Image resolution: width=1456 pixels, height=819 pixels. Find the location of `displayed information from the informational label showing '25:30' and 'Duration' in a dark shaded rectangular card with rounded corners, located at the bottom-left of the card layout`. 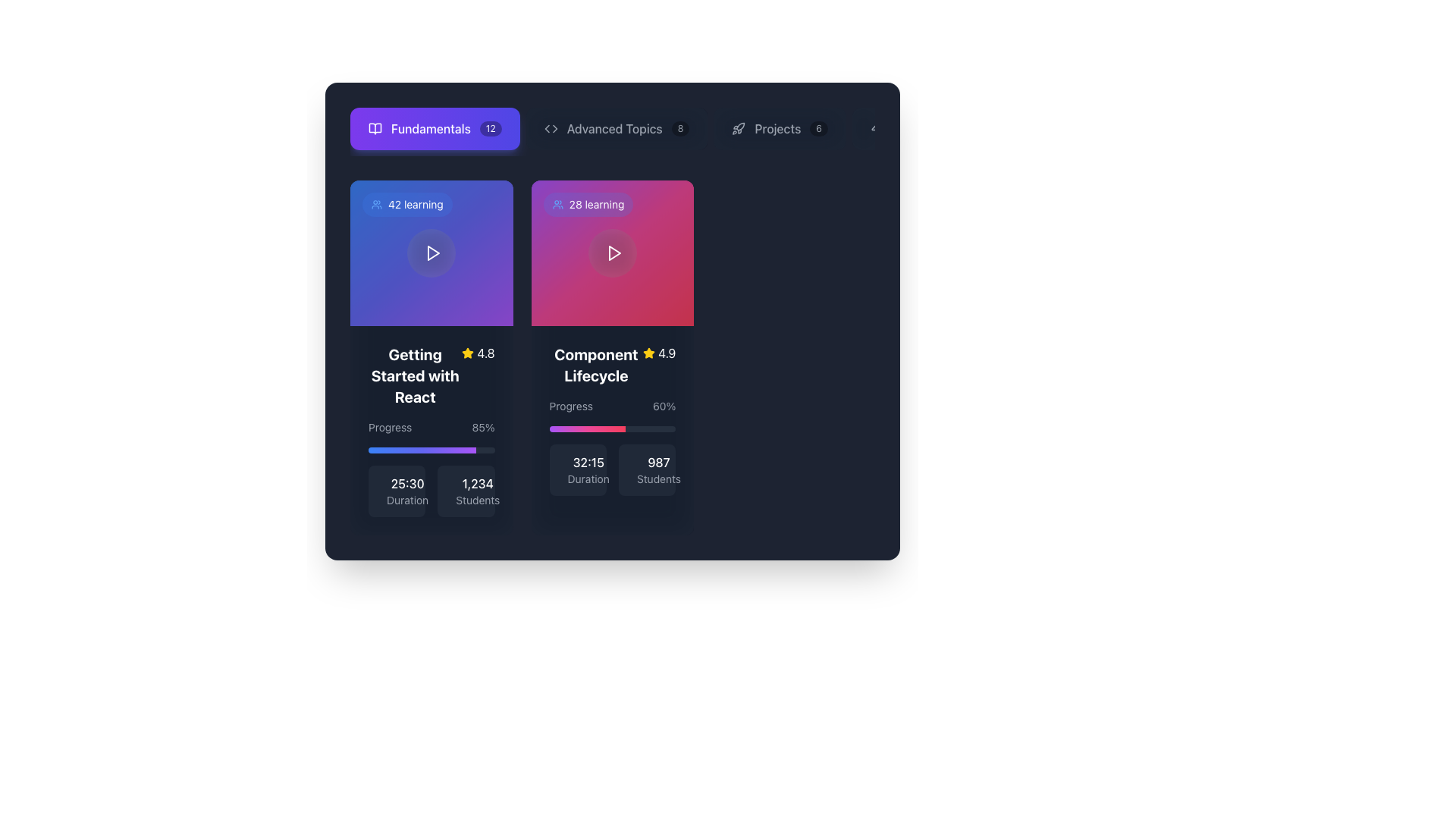

displayed information from the informational label showing '25:30' and 'Duration' in a dark shaded rectangular card with rounded corners, located at the bottom-left of the card layout is located at coordinates (397, 491).